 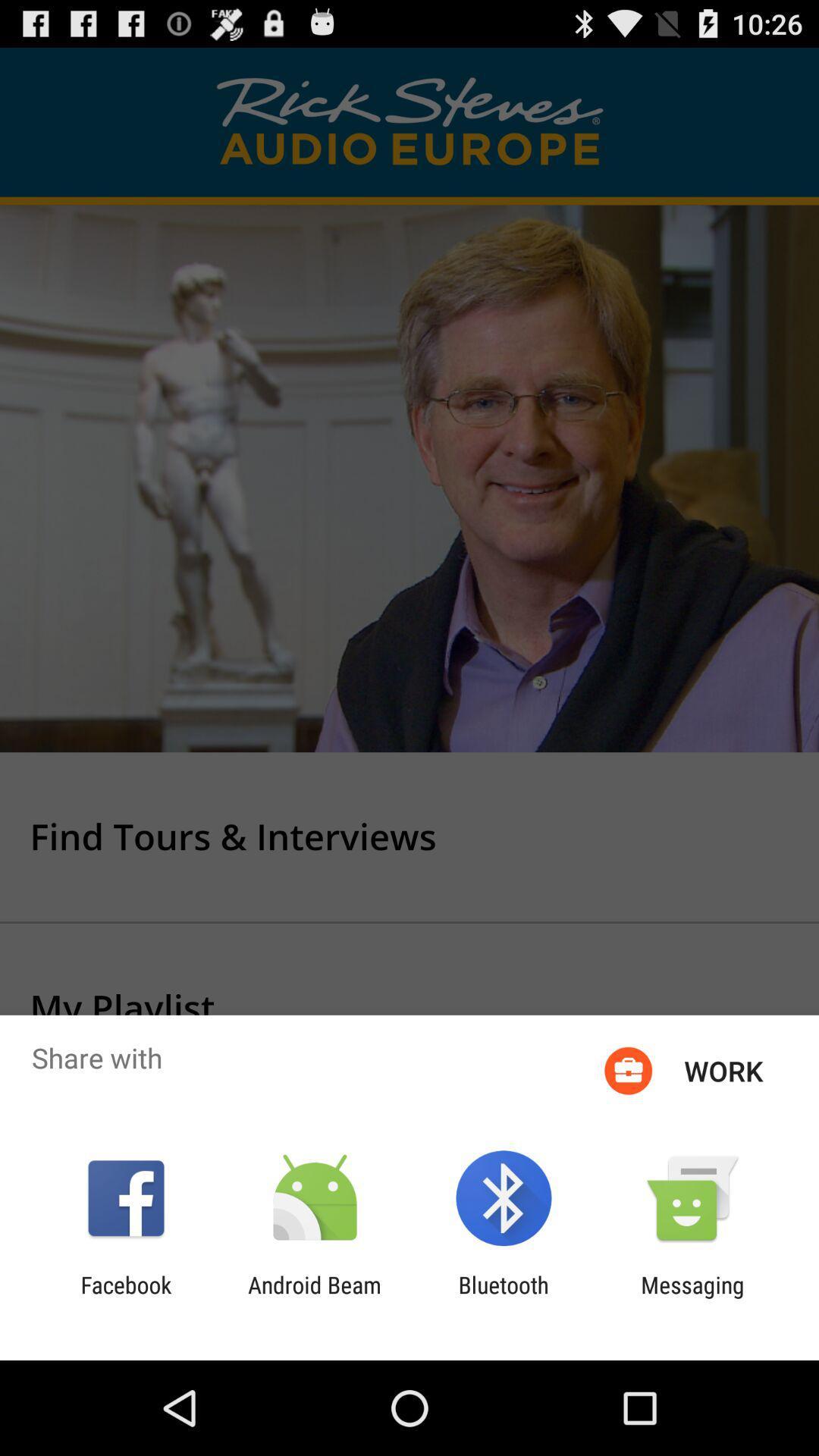 What do you see at coordinates (692, 1298) in the screenshot?
I see `icon to the right of bluetooth icon` at bounding box center [692, 1298].